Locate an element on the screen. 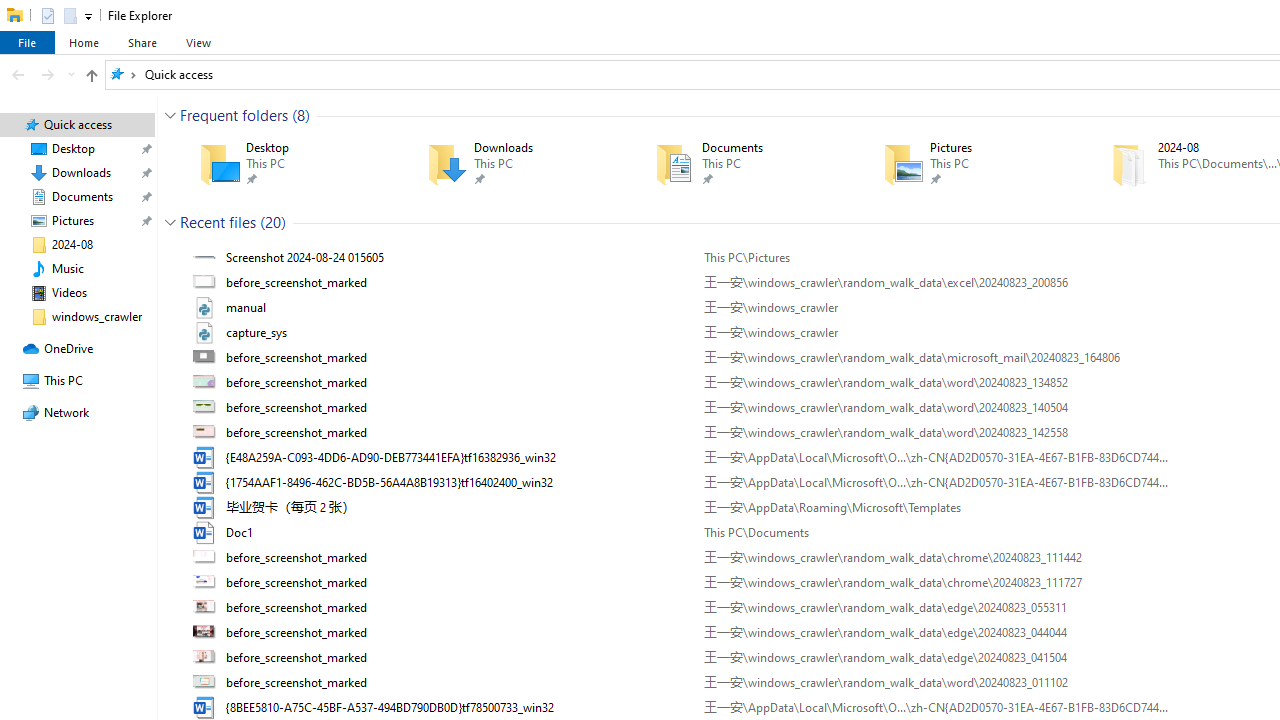  'Quick Access Toolbar' is located at coordinates (58, 16).